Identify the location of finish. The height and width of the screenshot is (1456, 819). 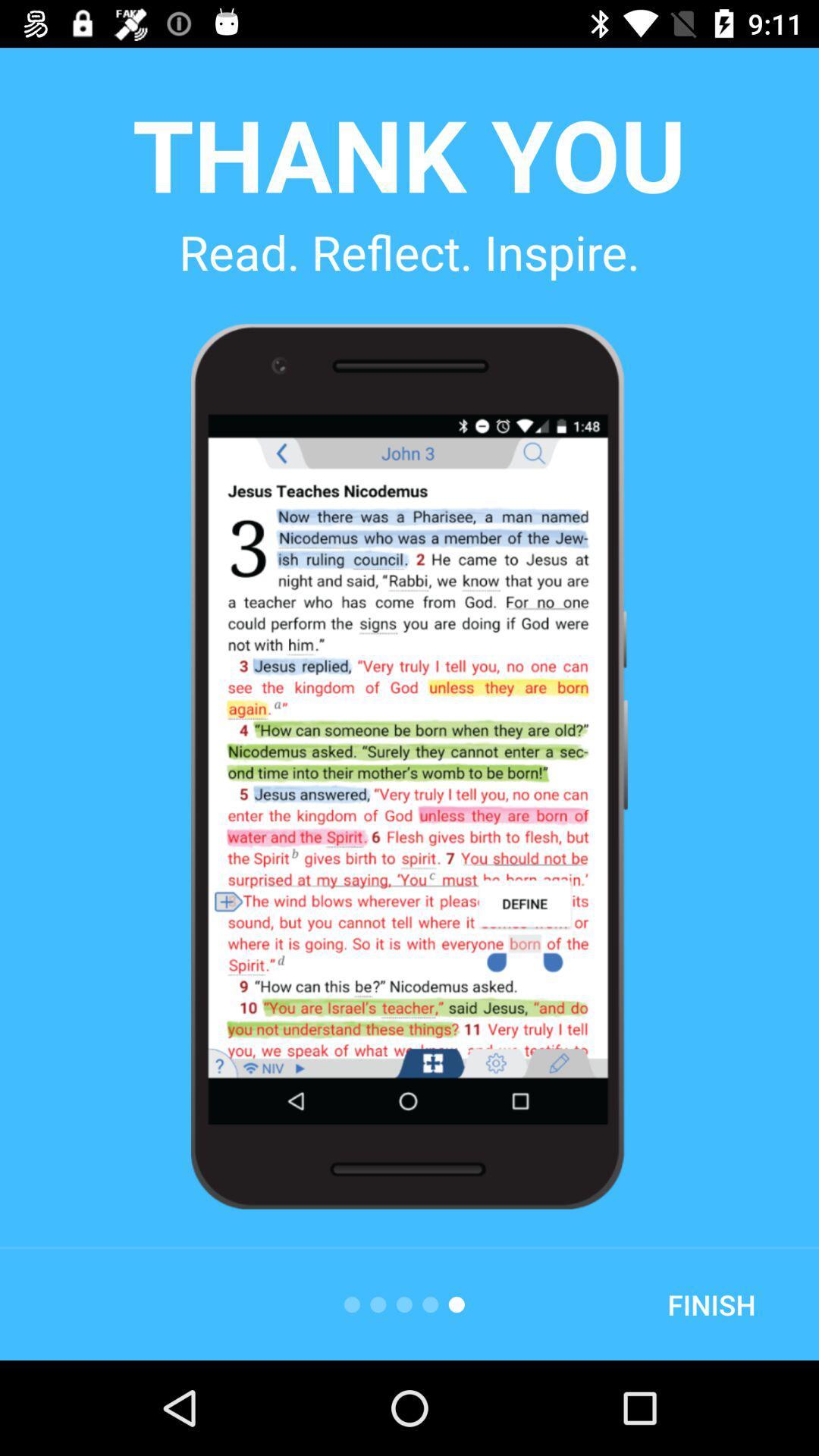
(711, 1304).